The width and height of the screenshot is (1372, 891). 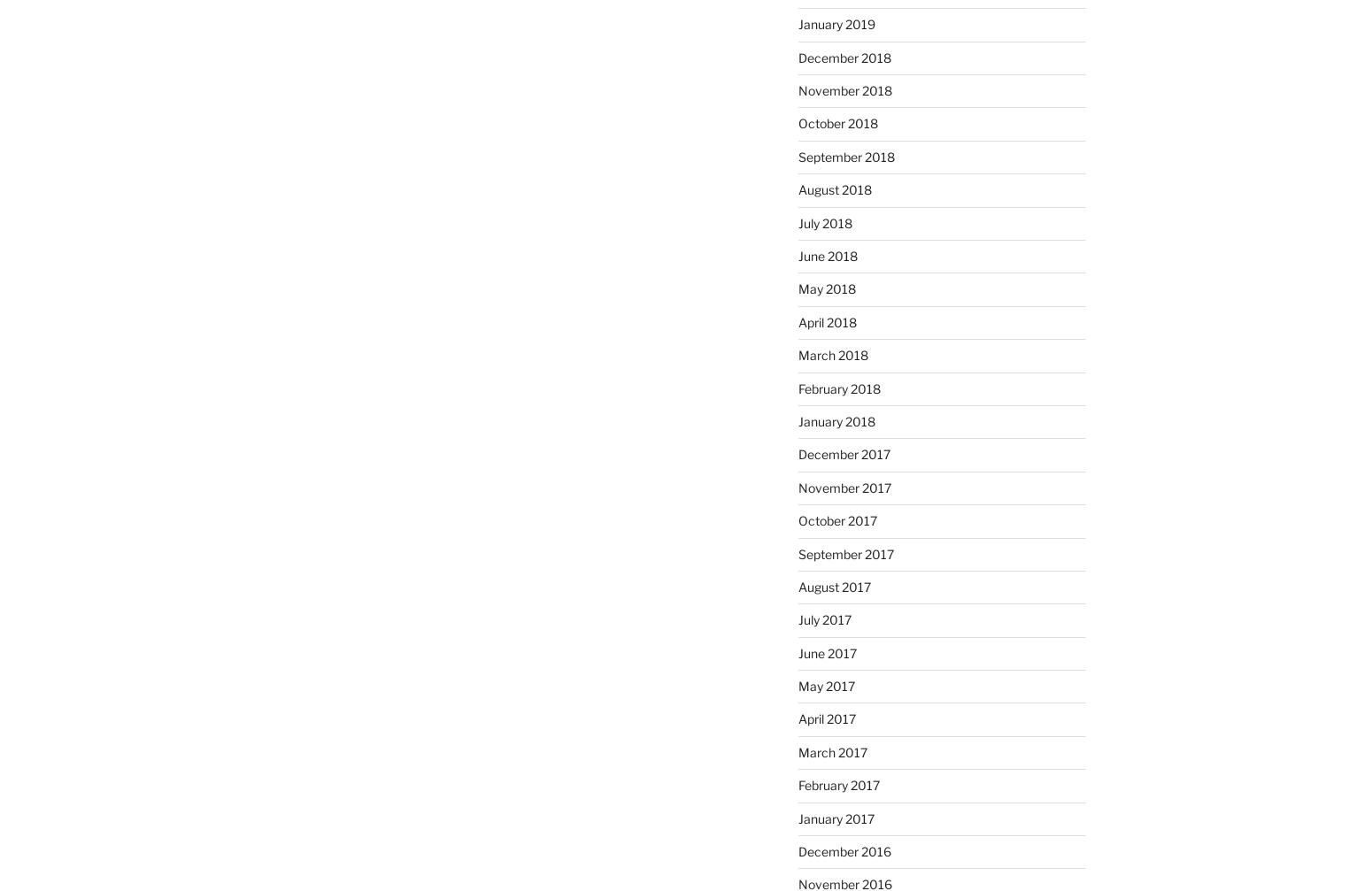 What do you see at coordinates (835, 420) in the screenshot?
I see `'January 2018'` at bounding box center [835, 420].